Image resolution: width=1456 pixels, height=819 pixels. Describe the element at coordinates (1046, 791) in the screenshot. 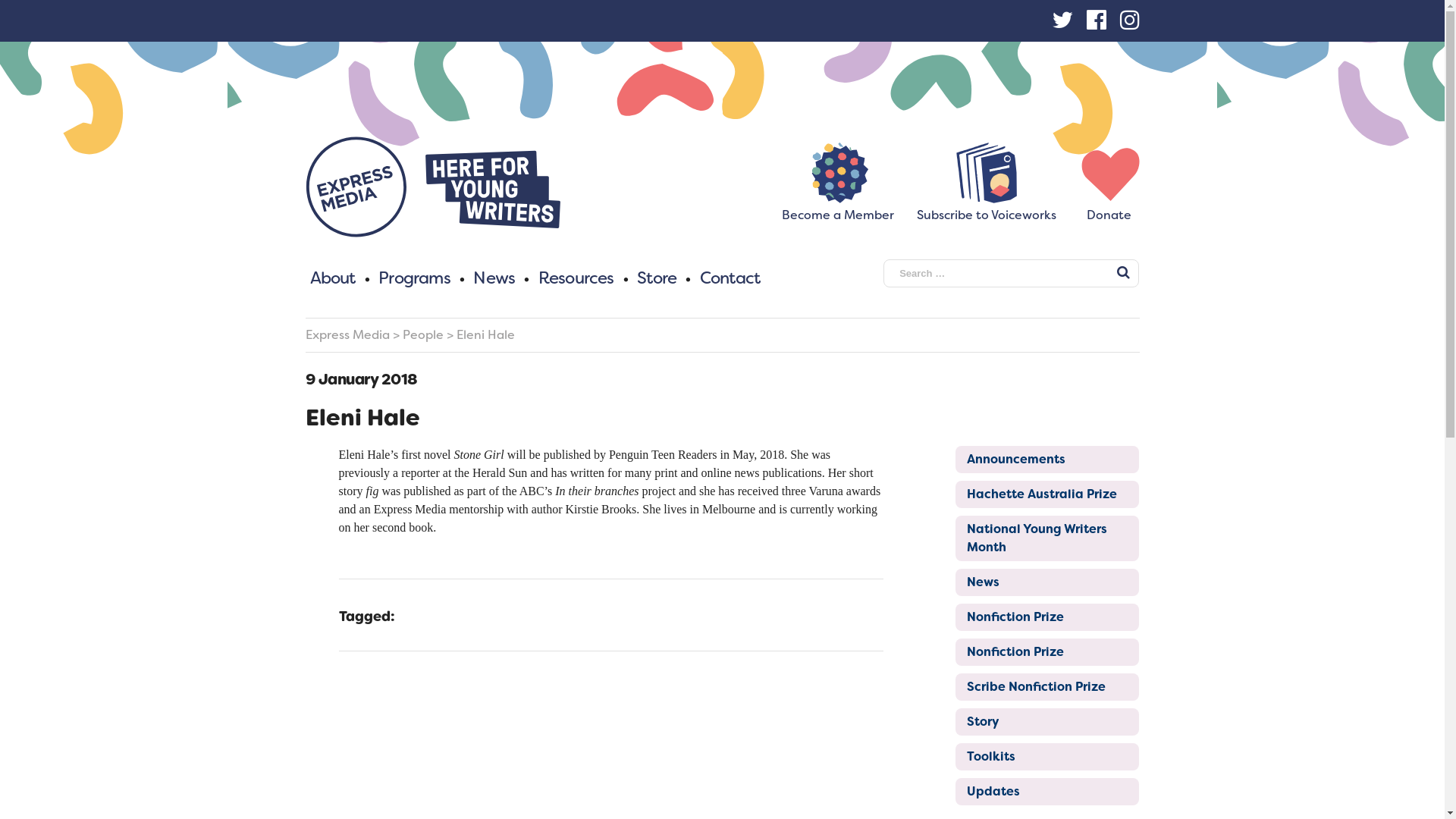

I see `'Updates'` at that location.